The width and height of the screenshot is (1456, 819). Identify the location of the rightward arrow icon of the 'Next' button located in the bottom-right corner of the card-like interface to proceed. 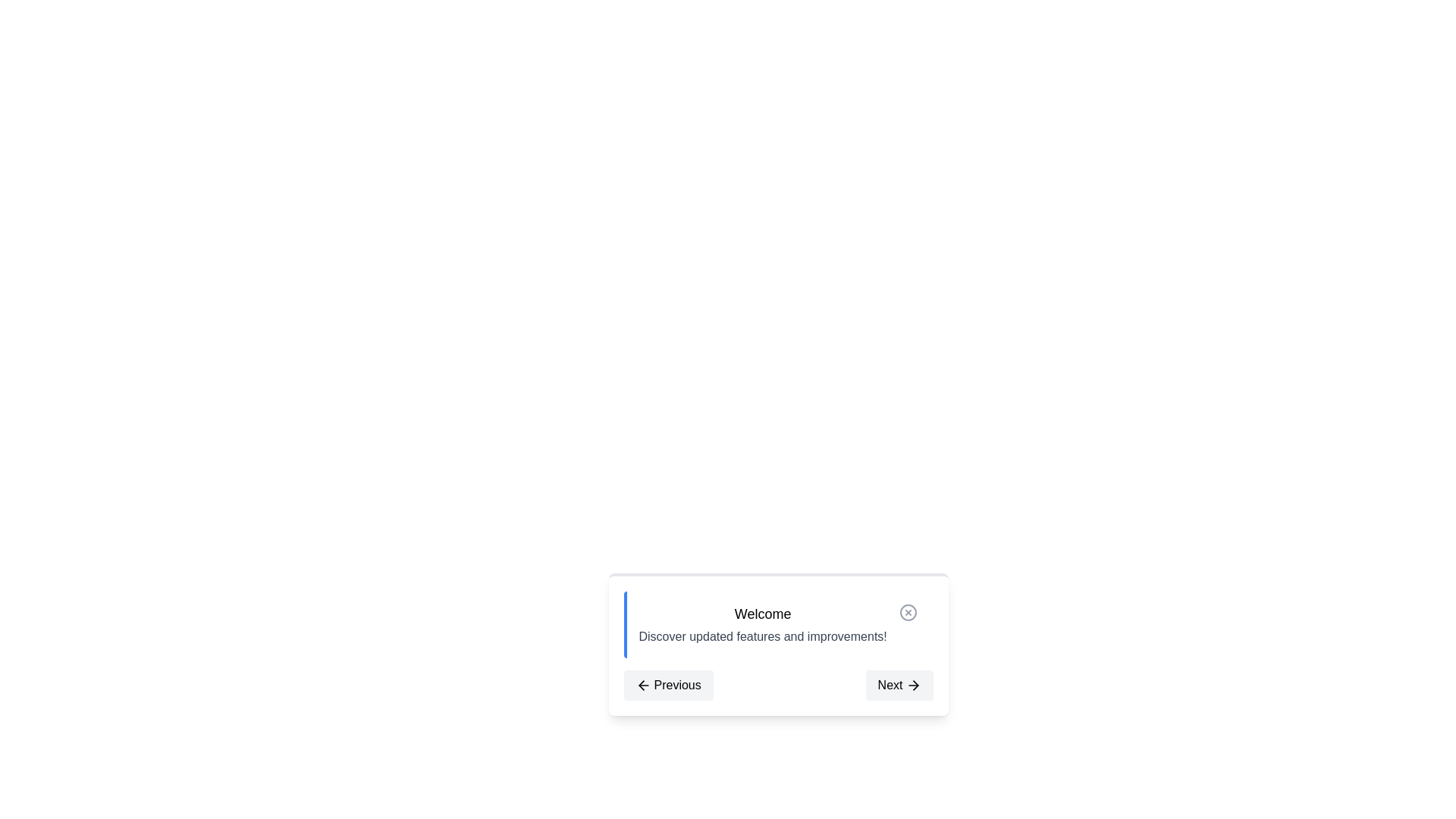
(912, 685).